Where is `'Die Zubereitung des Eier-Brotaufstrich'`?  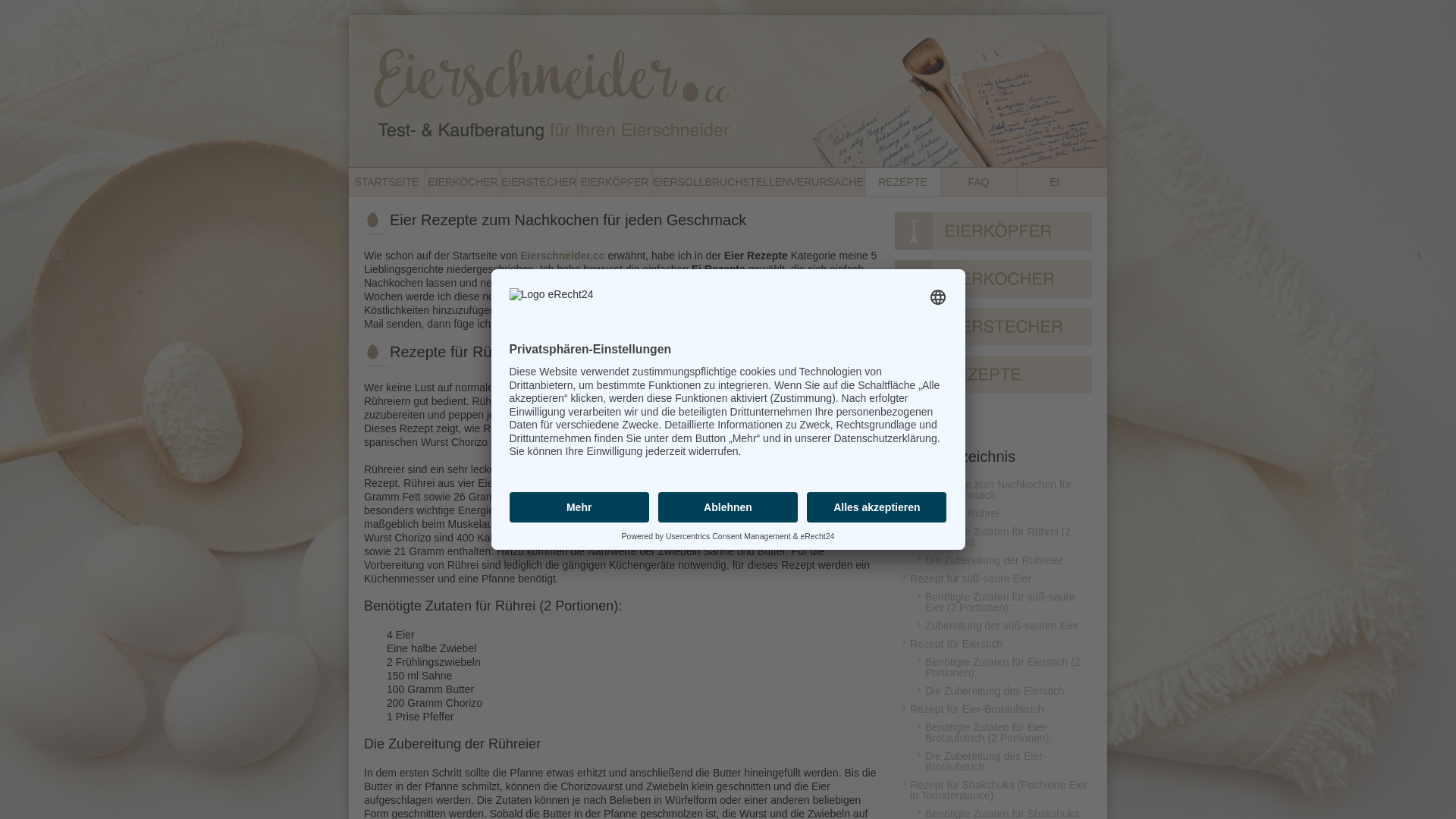
'Die Zubereitung des Eier-Brotaufstrich' is located at coordinates (1001, 761).